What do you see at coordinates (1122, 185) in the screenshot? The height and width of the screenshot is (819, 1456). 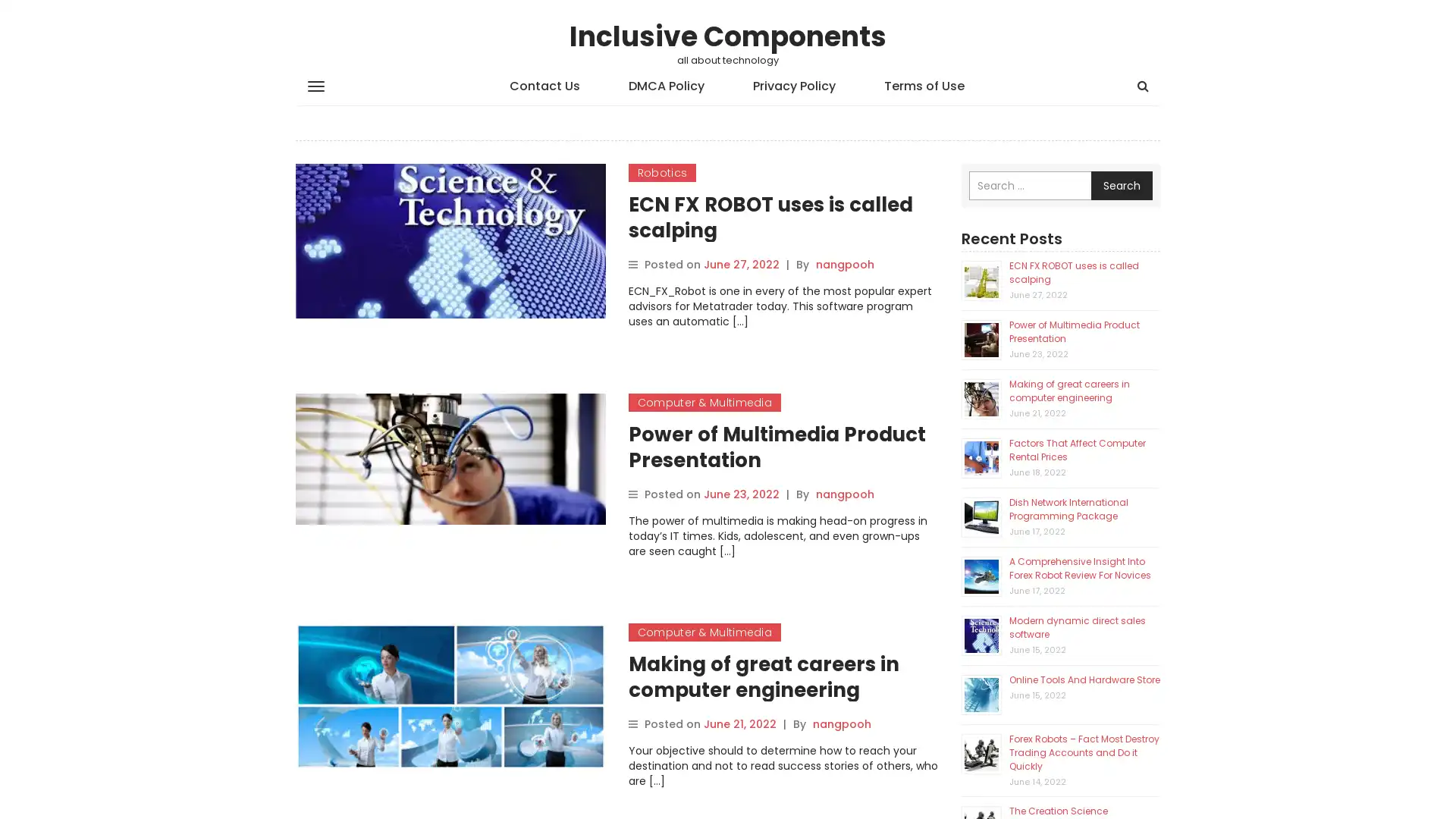 I see `Search` at bounding box center [1122, 185].